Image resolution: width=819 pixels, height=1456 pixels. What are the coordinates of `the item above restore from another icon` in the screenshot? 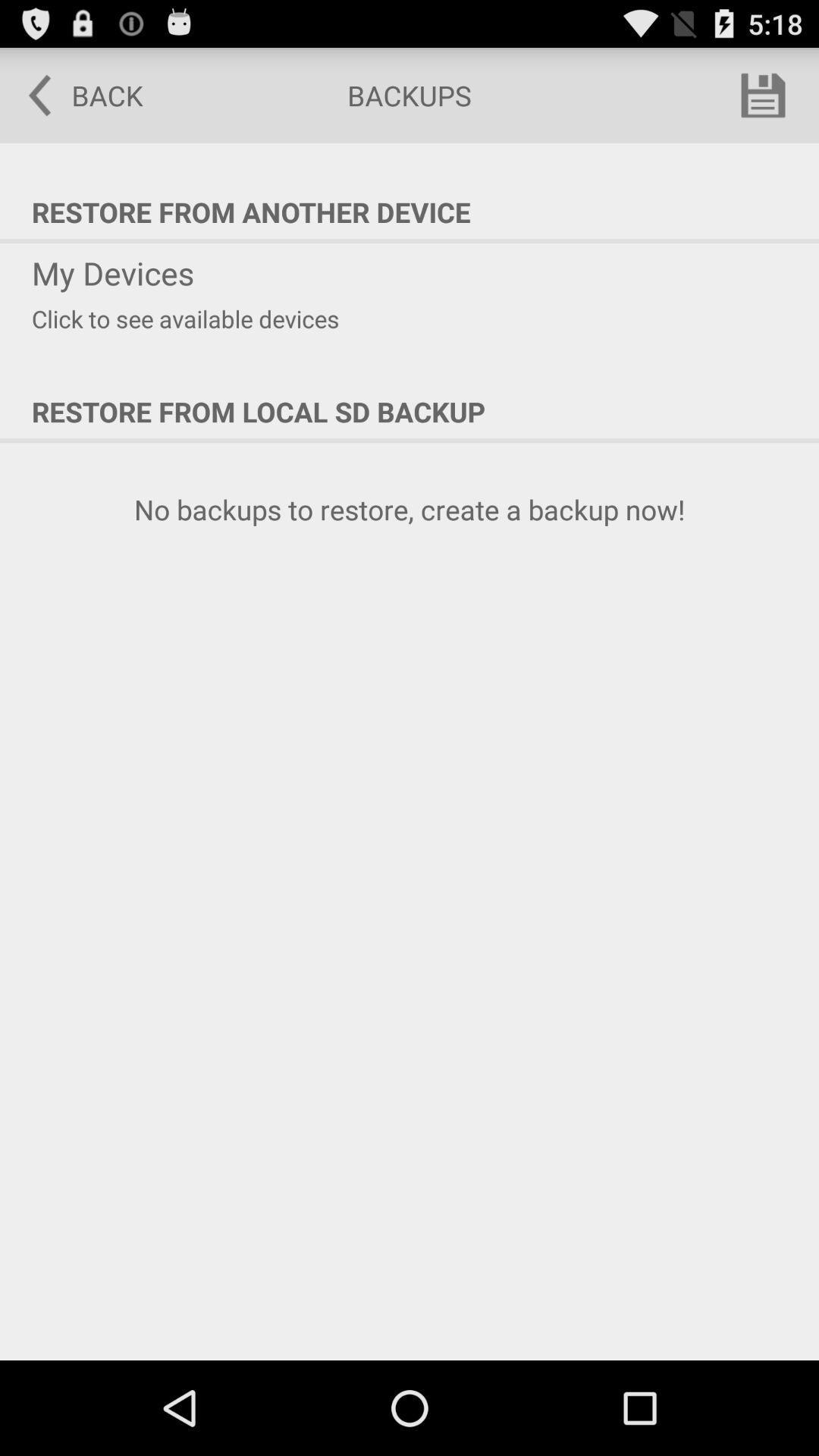 It's located at (763, 94).